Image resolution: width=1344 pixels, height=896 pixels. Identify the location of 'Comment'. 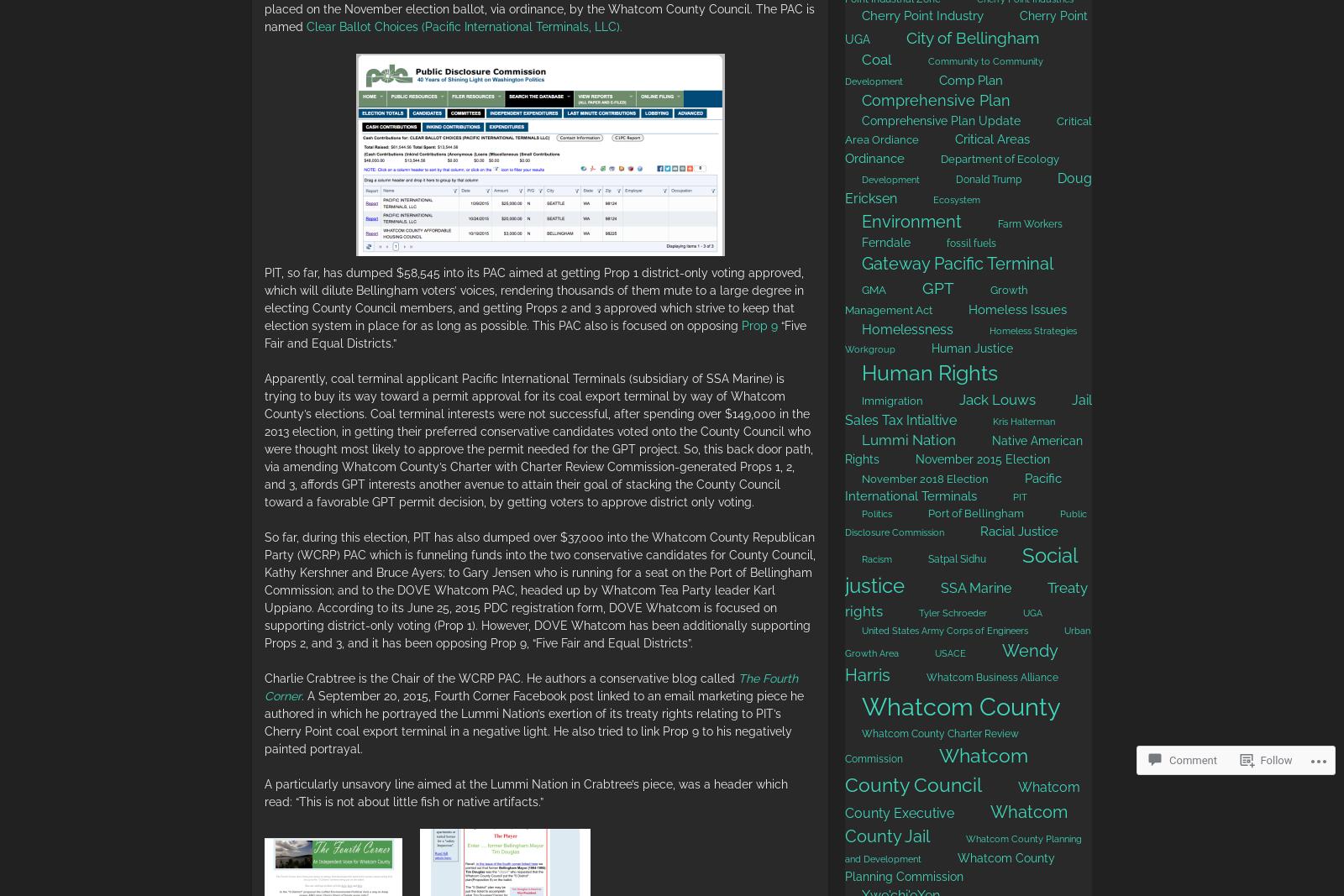
(1193, 760).